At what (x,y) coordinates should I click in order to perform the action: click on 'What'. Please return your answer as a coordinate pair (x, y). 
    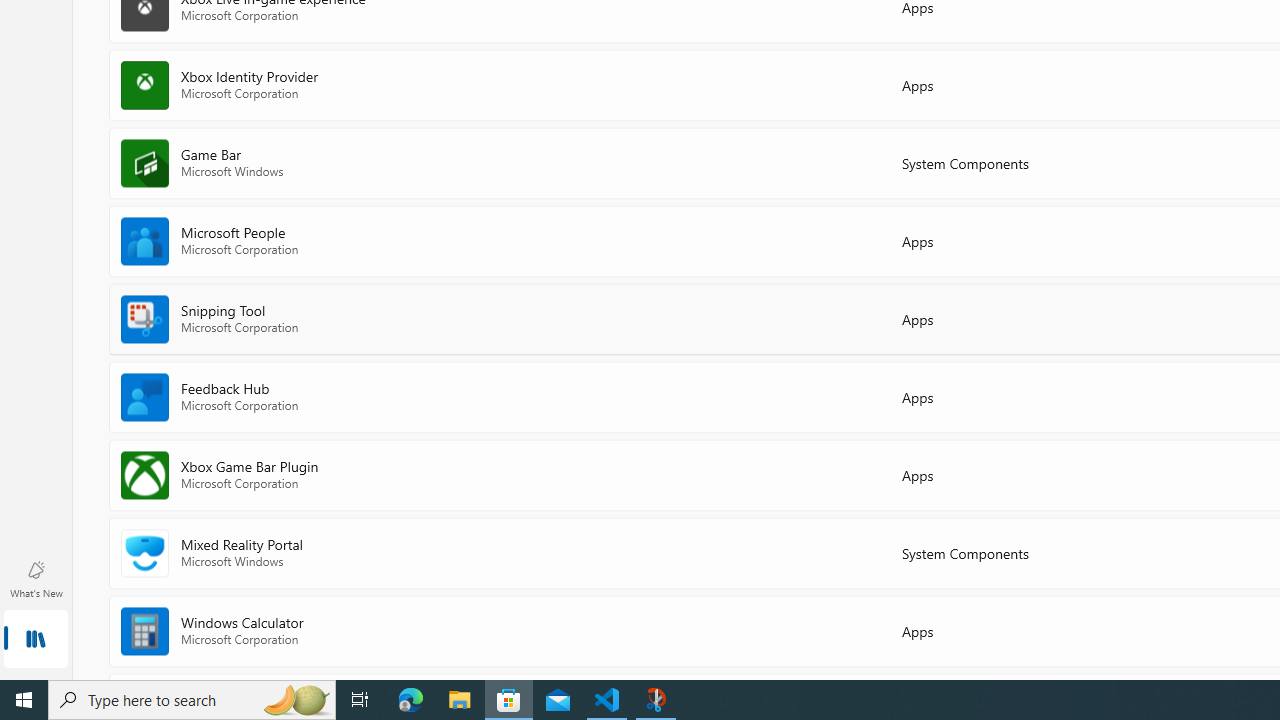
    Looking at the image, I should click on (35, 578).